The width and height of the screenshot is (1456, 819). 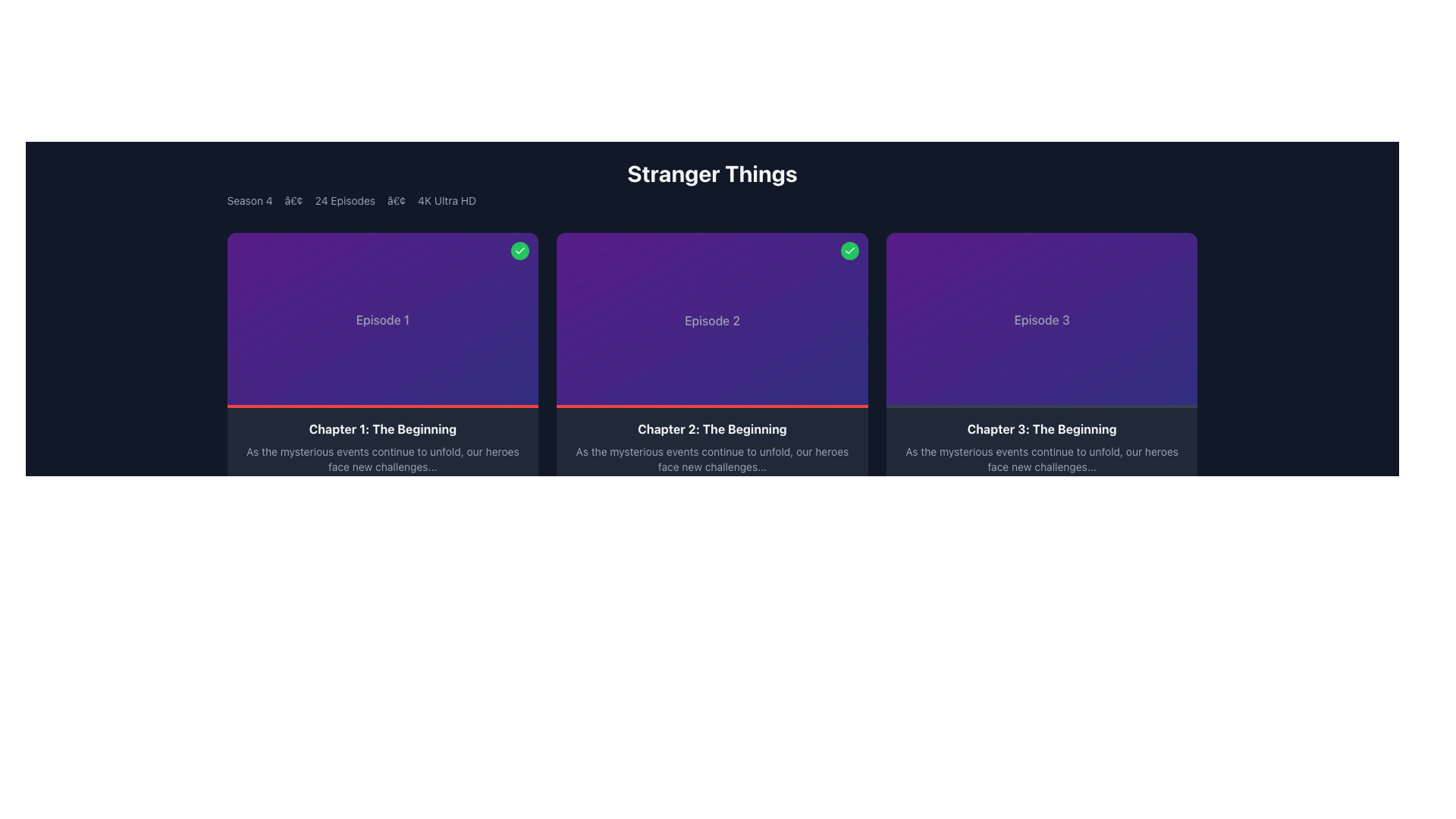 I want to click on the first card, so click(x=382, y=319).